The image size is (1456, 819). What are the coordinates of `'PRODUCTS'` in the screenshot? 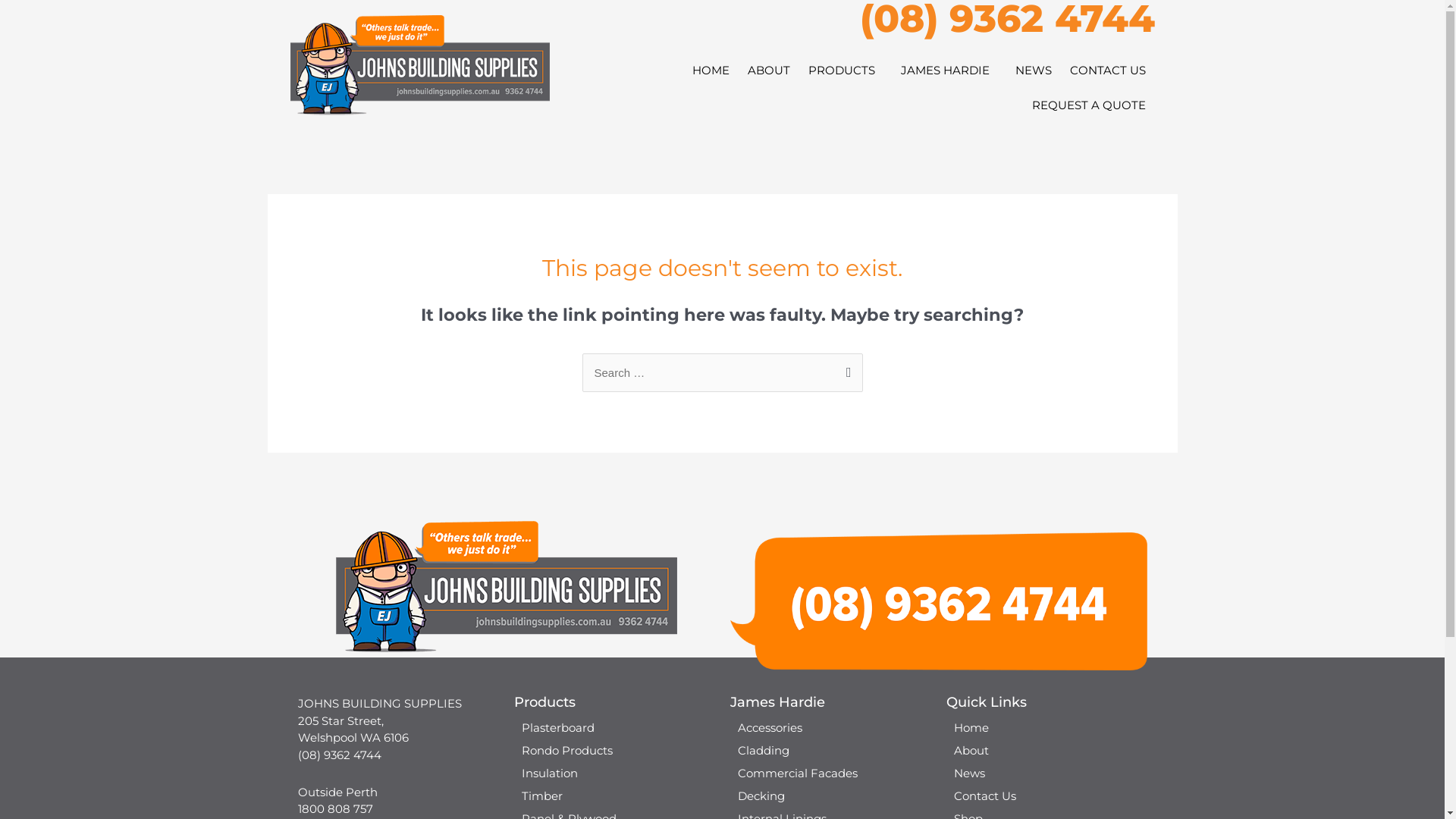 It's located at (844, 70).